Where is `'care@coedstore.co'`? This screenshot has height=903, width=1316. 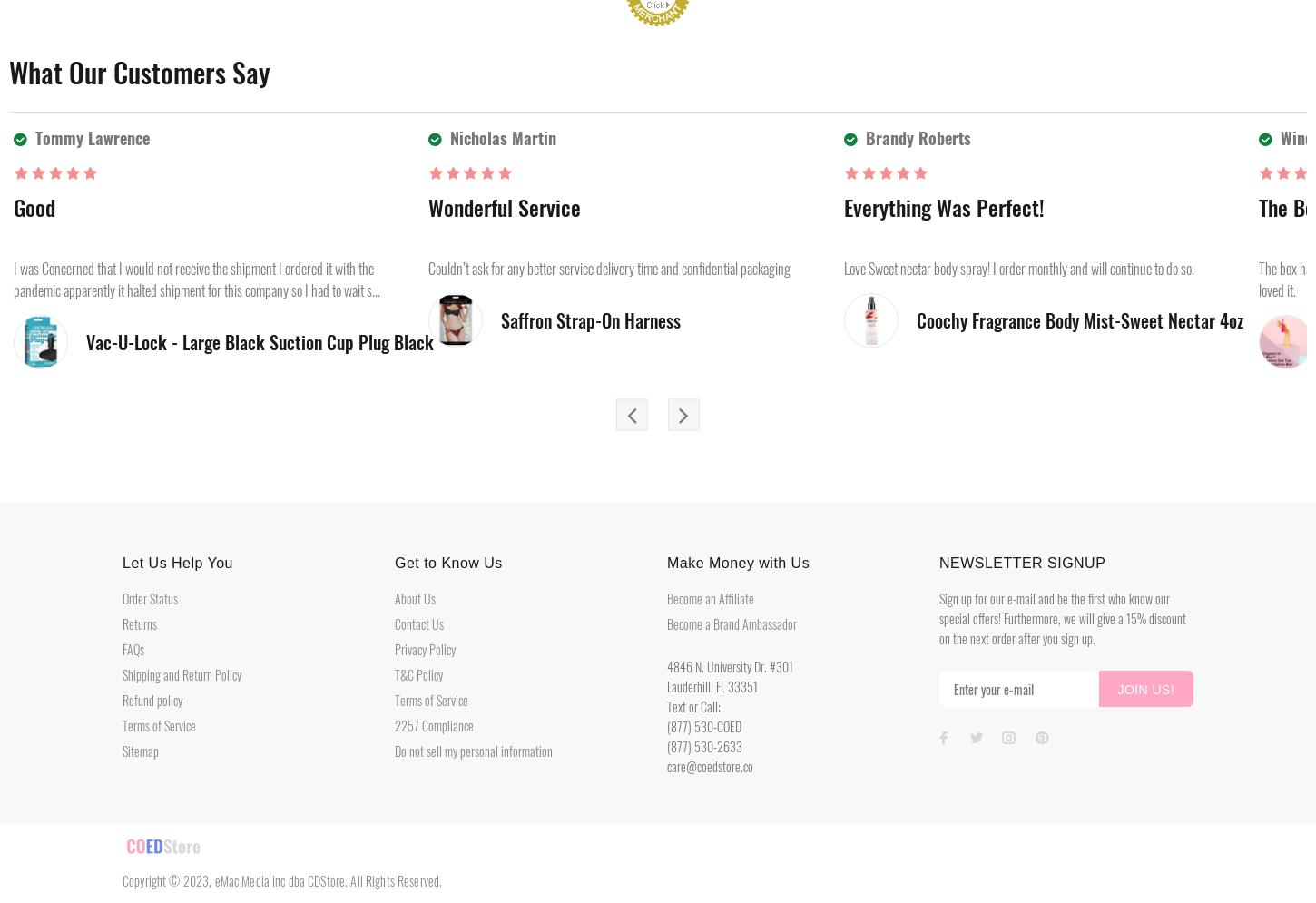 'care@coedstore.co' is located at coordinates (710, 766).